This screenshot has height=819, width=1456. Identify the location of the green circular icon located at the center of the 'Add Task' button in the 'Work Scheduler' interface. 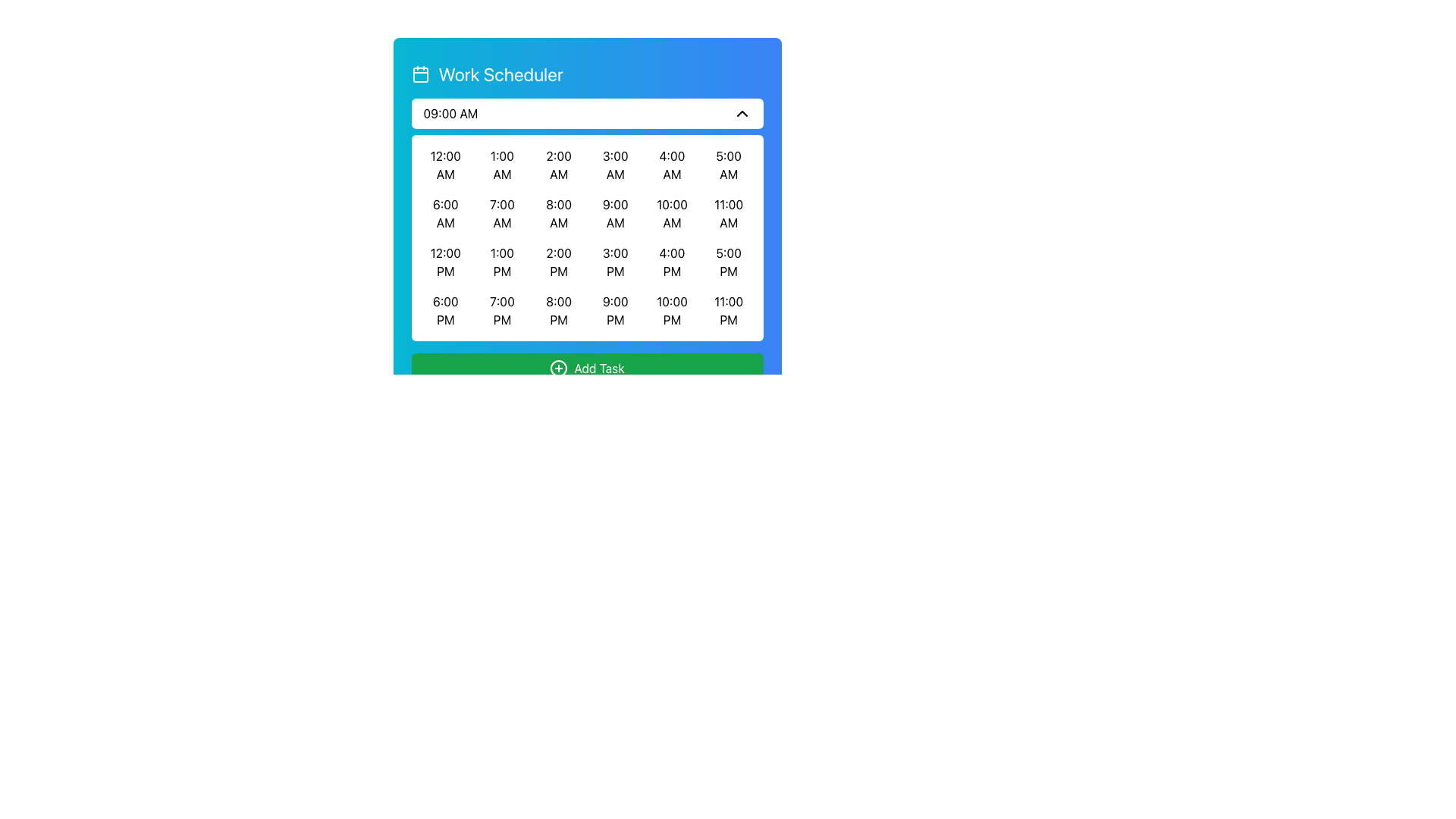
(558, 369).